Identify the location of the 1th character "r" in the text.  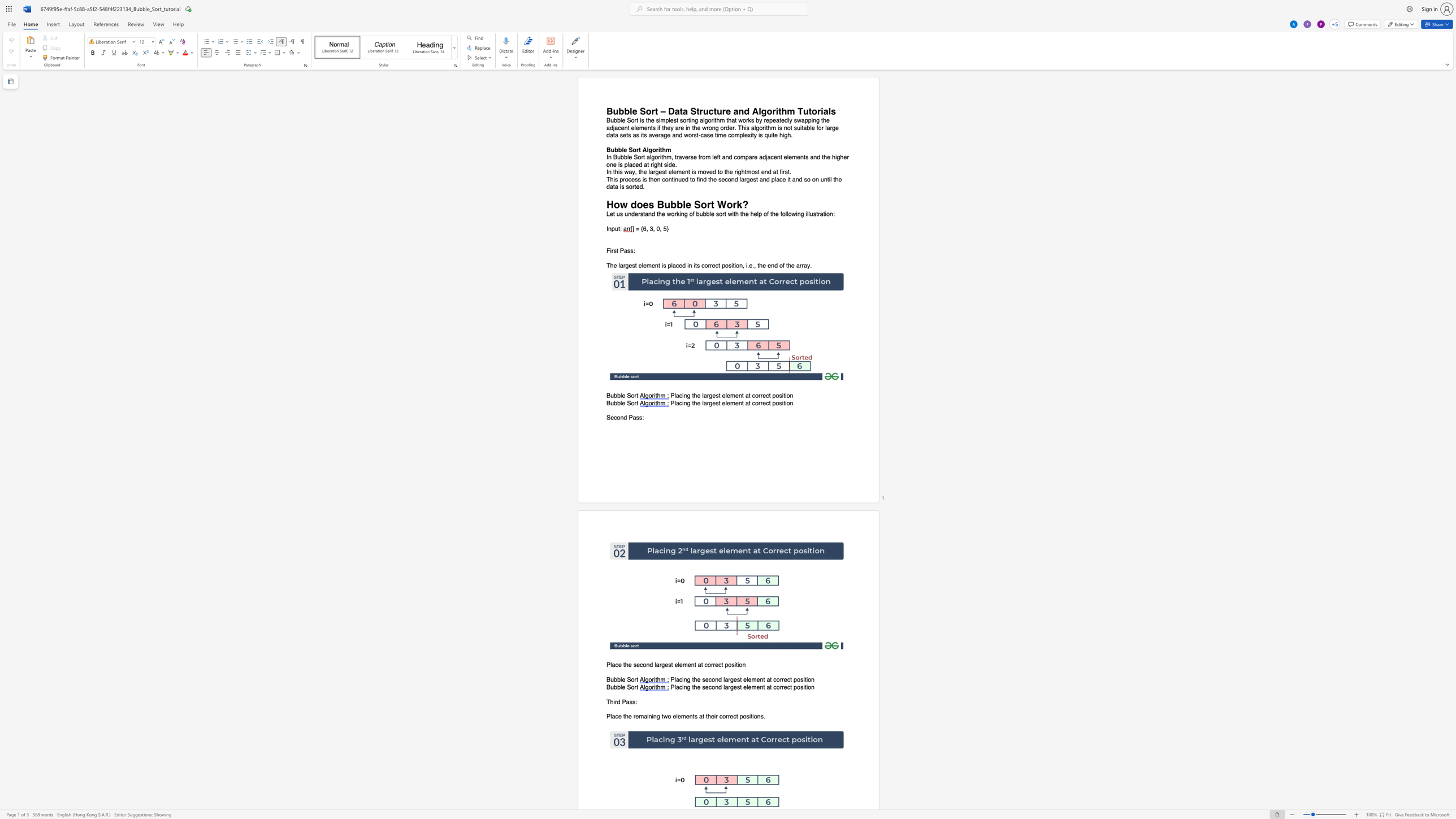
(708, 396).